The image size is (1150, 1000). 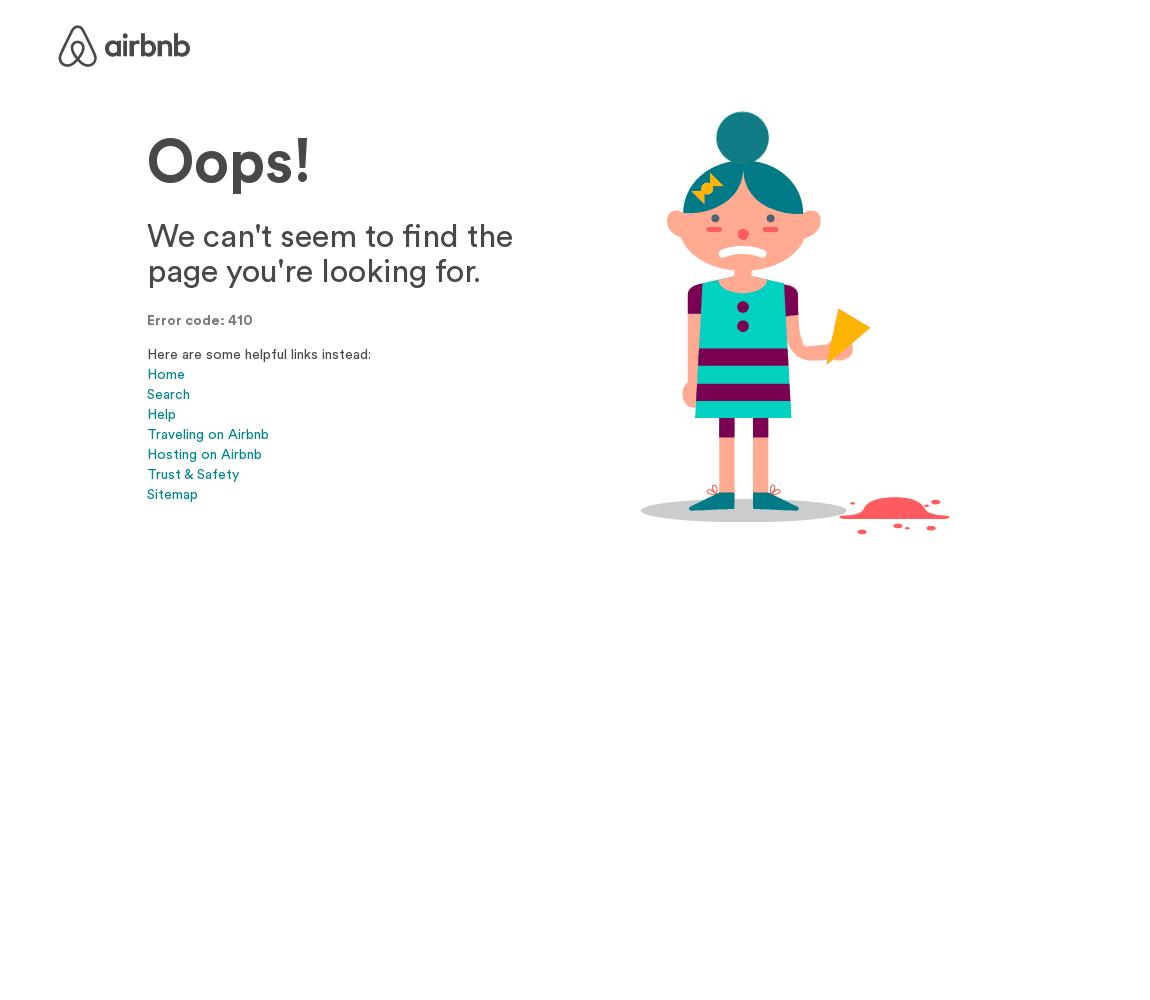 What do you see at coordinates (191, 472) in the screenshot?
I see `'Trust & Safety'` at bounding box center [191, 472].